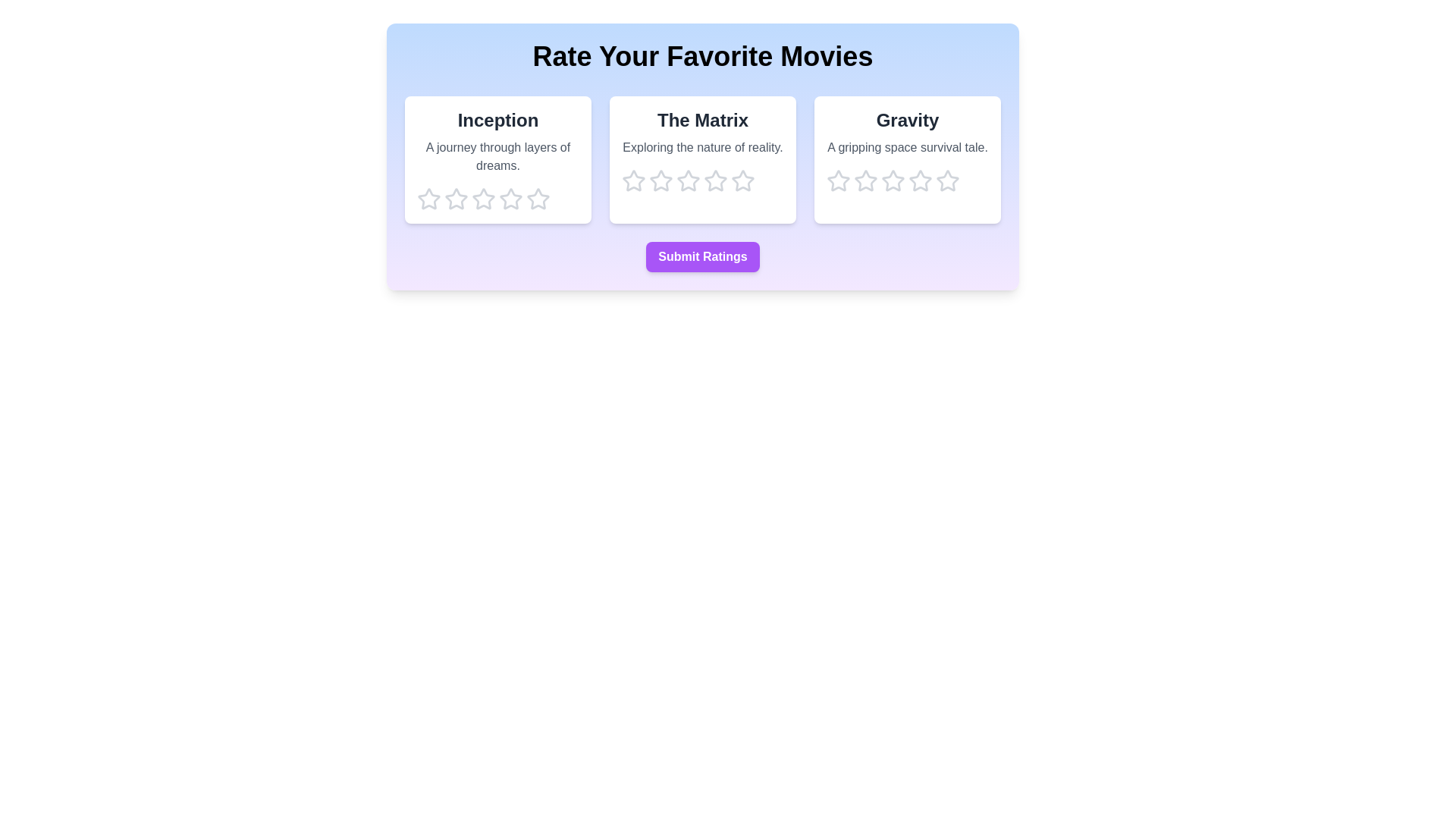 The height and width of the screenshot is (819, 1456). I want to click on the star corresponding to 1 for the movie Inception, so click(428, 198).